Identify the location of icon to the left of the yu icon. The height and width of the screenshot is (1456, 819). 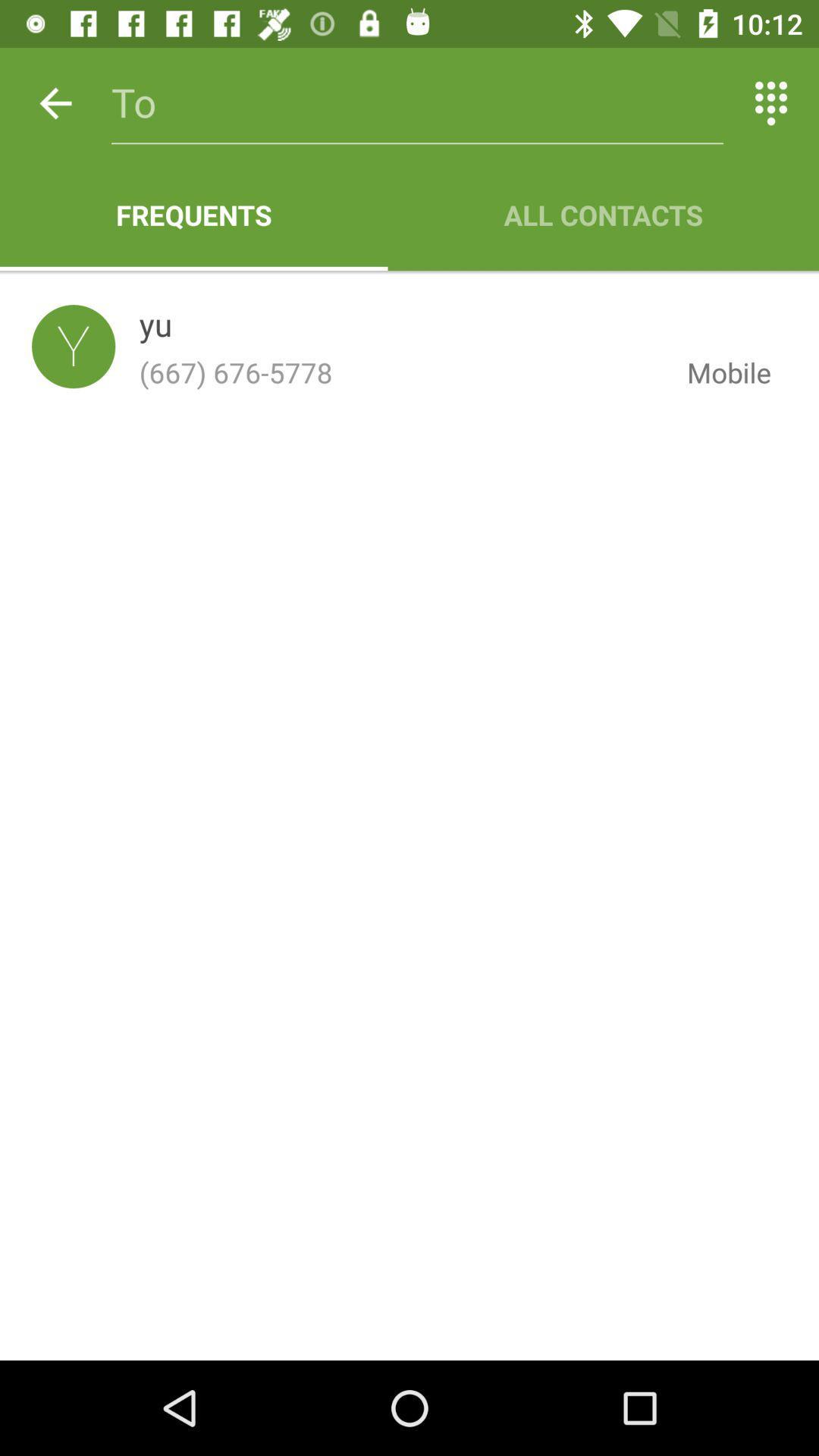
(74, 346).